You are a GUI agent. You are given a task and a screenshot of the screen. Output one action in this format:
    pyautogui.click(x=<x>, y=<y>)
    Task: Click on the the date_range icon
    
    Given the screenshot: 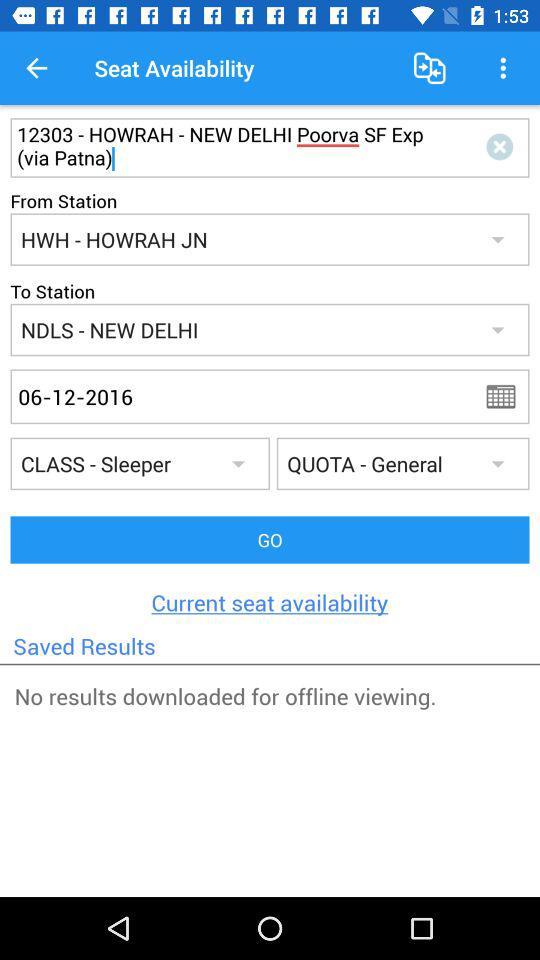 What is the action you would take?
    pyautogui.click(x=507, y=395)
    